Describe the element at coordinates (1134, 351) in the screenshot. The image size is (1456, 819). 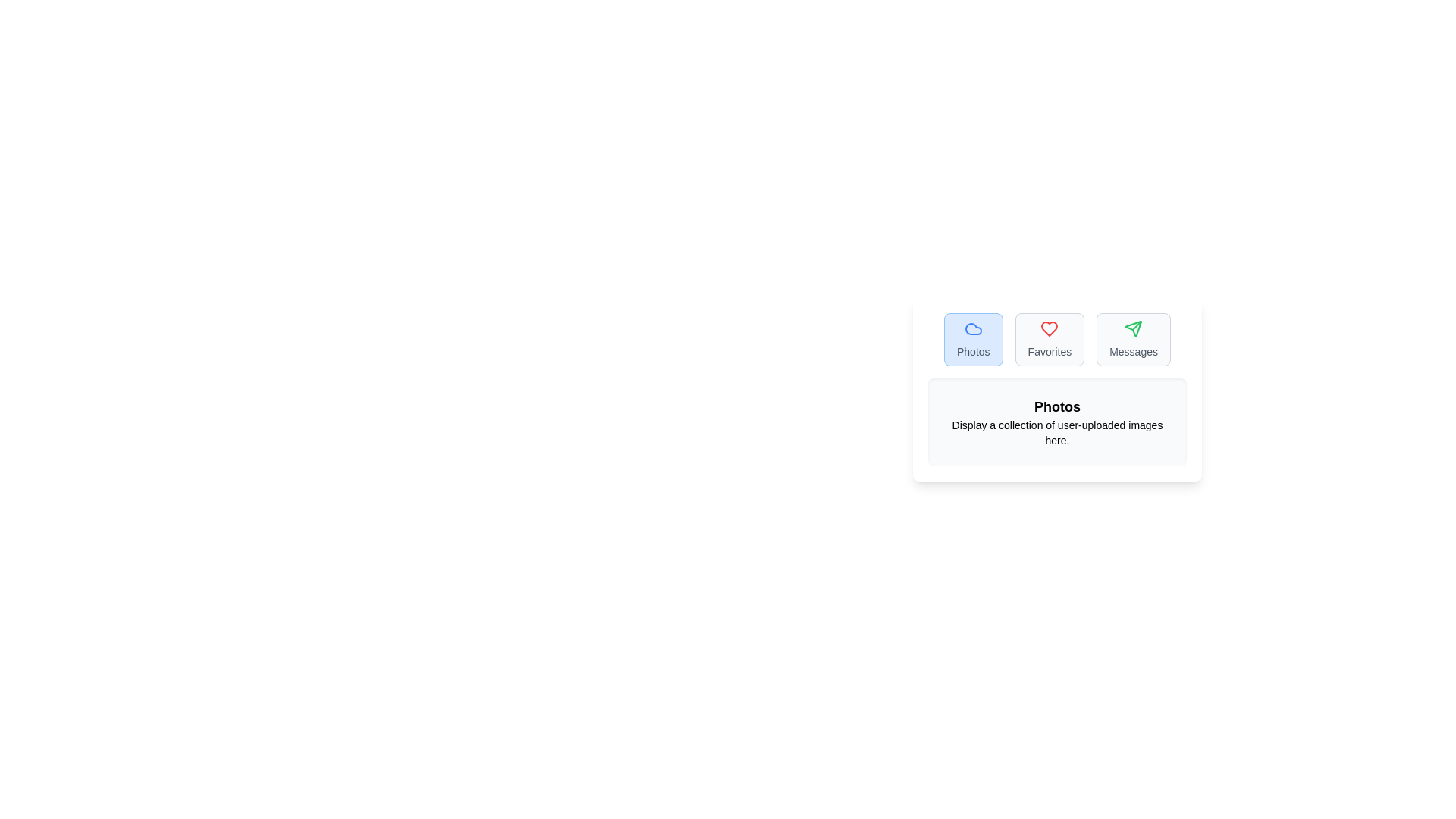
I see `the label that describes the purpose of the 'Messages' button, which is positioned below the associated icon` at that location.